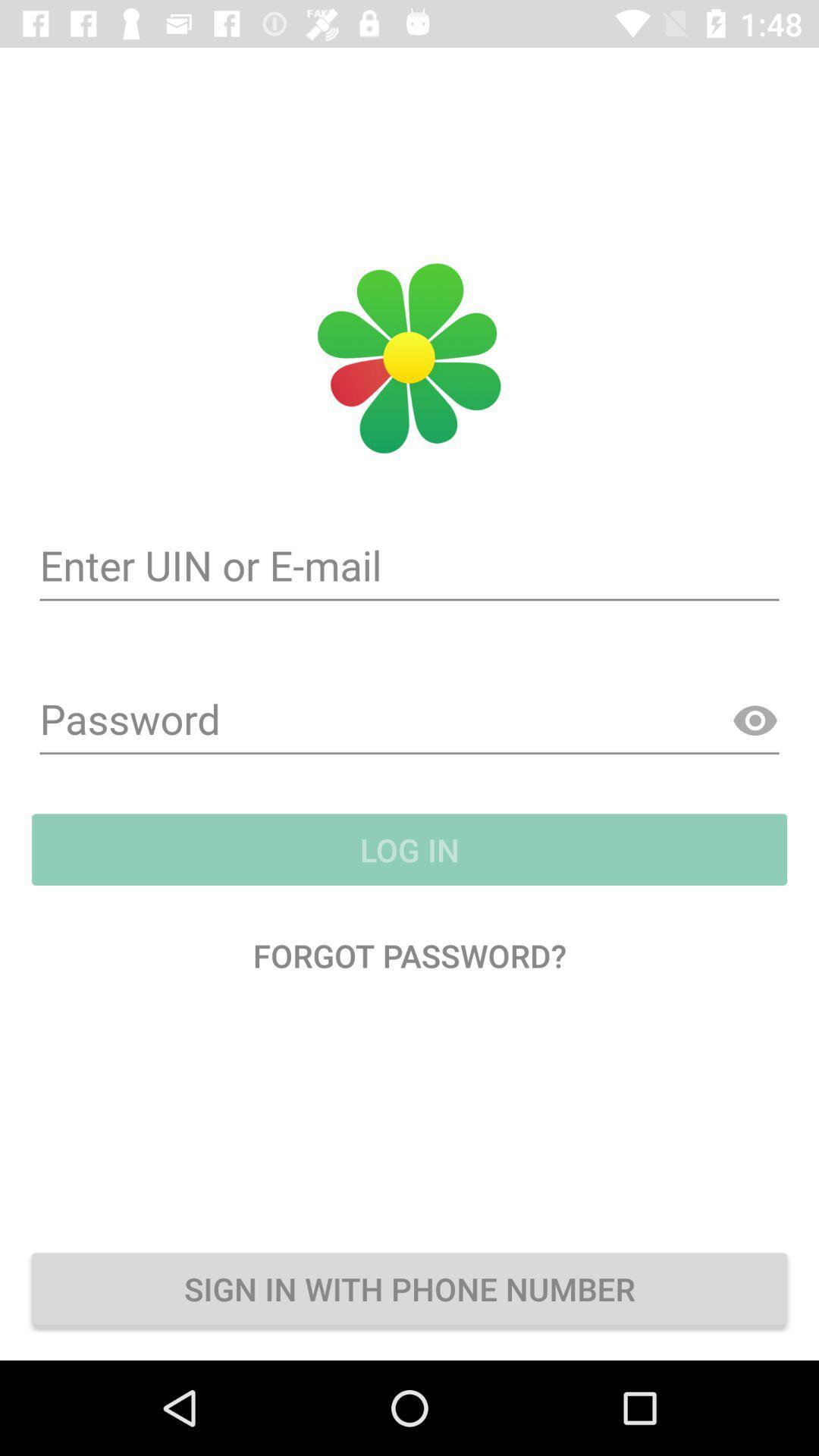 This screenshot has width=819, height=1456. Describe the element at coordinates (409, 954) in the screenshot. I see `forgot password? icon` at that location.